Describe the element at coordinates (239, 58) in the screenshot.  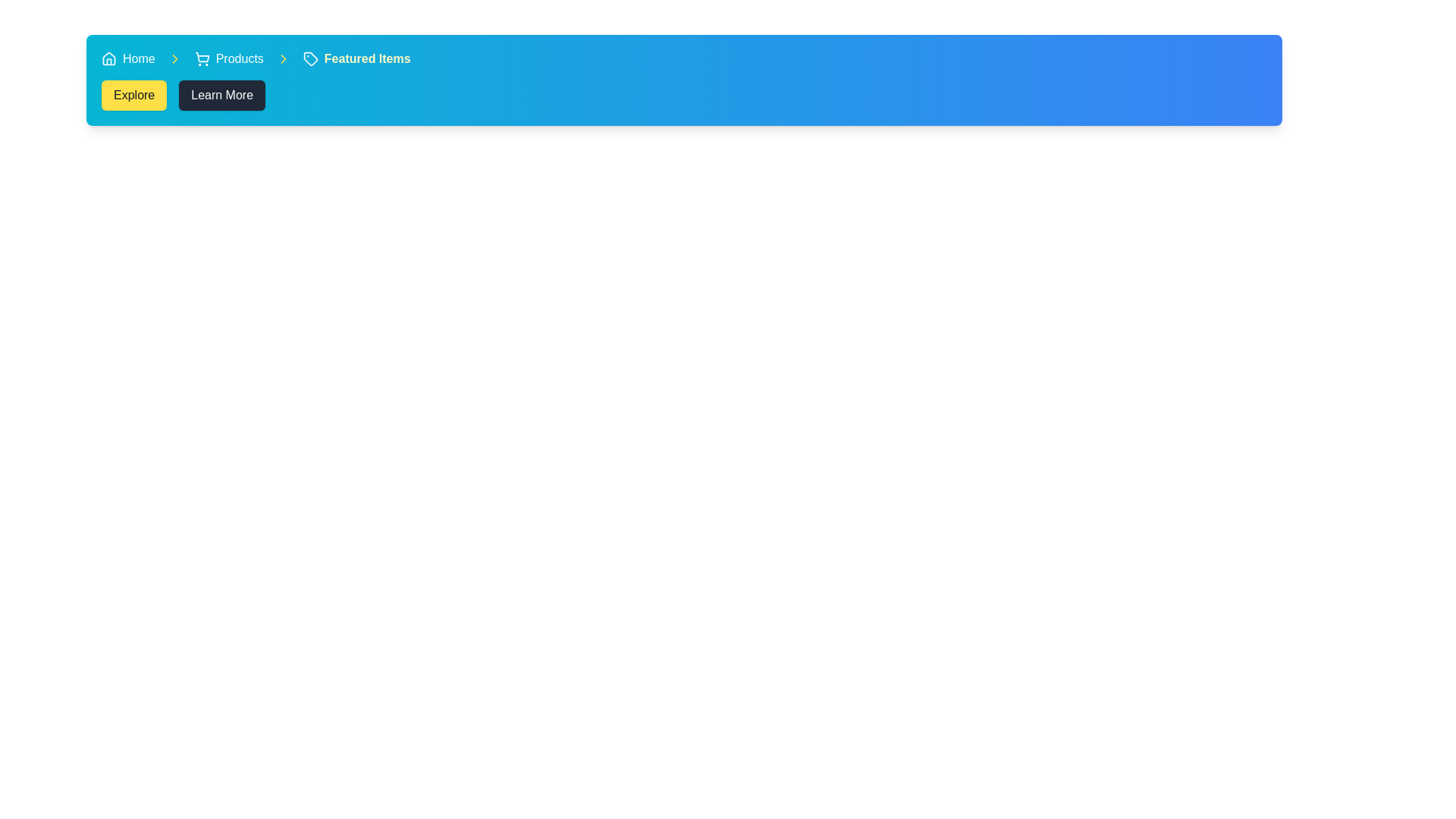
I see `the 'Products' hyperlink, which is styled with white text on a blue background and changes to yellow when hovered over` at that location.